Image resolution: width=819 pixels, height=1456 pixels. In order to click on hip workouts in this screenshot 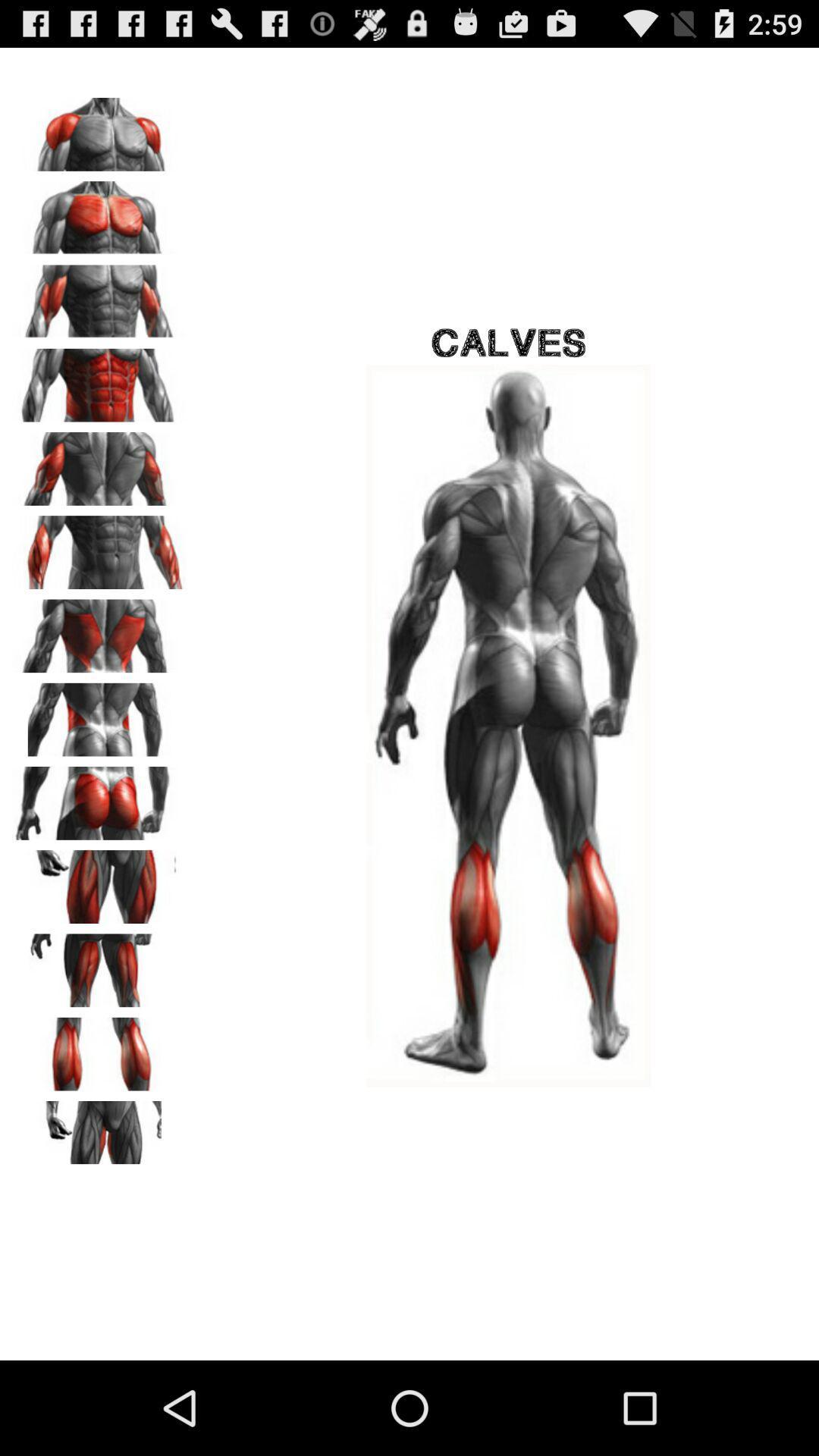, I will do `click(99, 714)`.